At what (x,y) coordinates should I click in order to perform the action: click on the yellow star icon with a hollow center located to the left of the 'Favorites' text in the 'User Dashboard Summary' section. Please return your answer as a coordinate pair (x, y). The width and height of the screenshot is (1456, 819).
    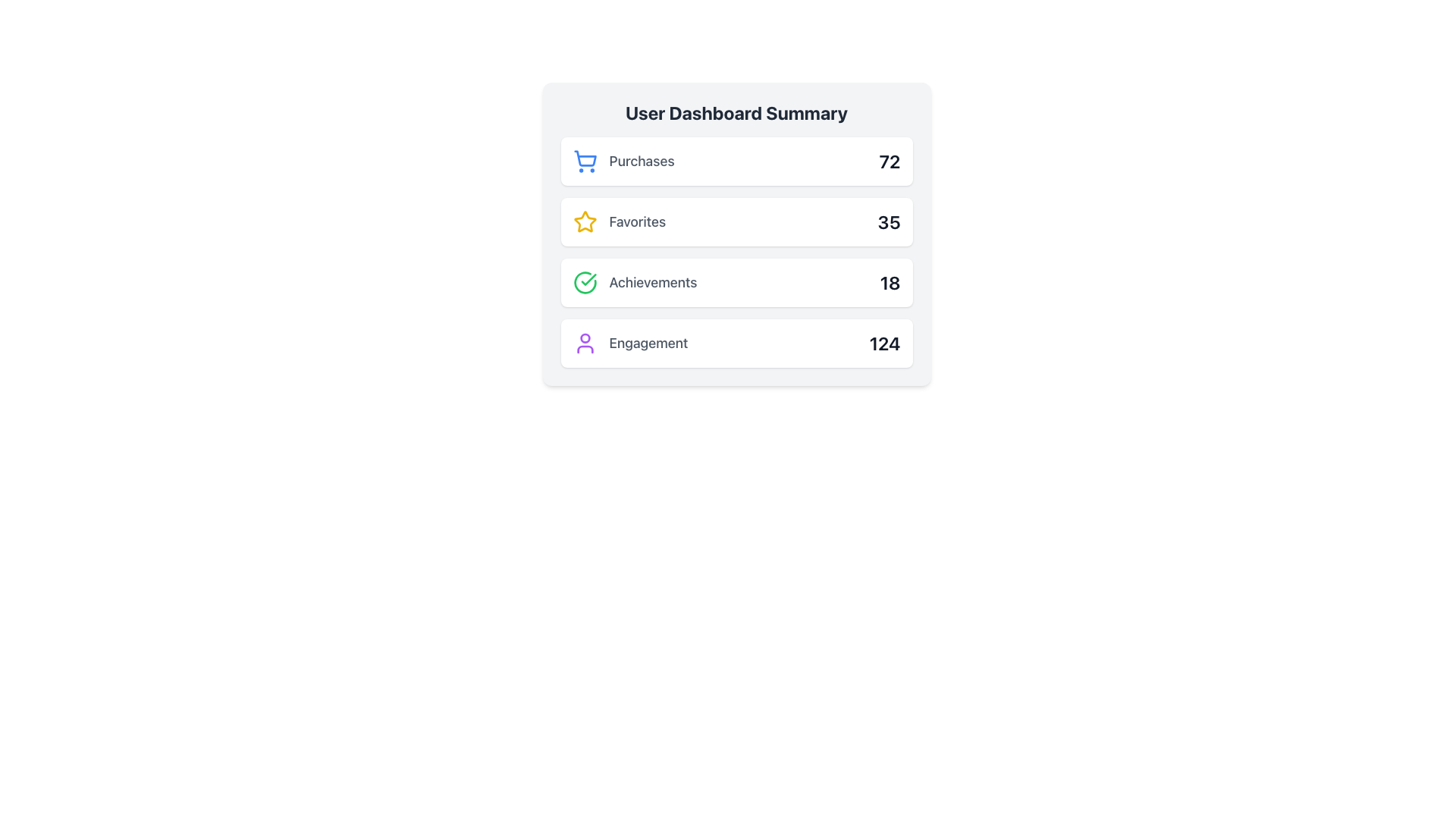
    Looking at the image, I should click on (584, 221).